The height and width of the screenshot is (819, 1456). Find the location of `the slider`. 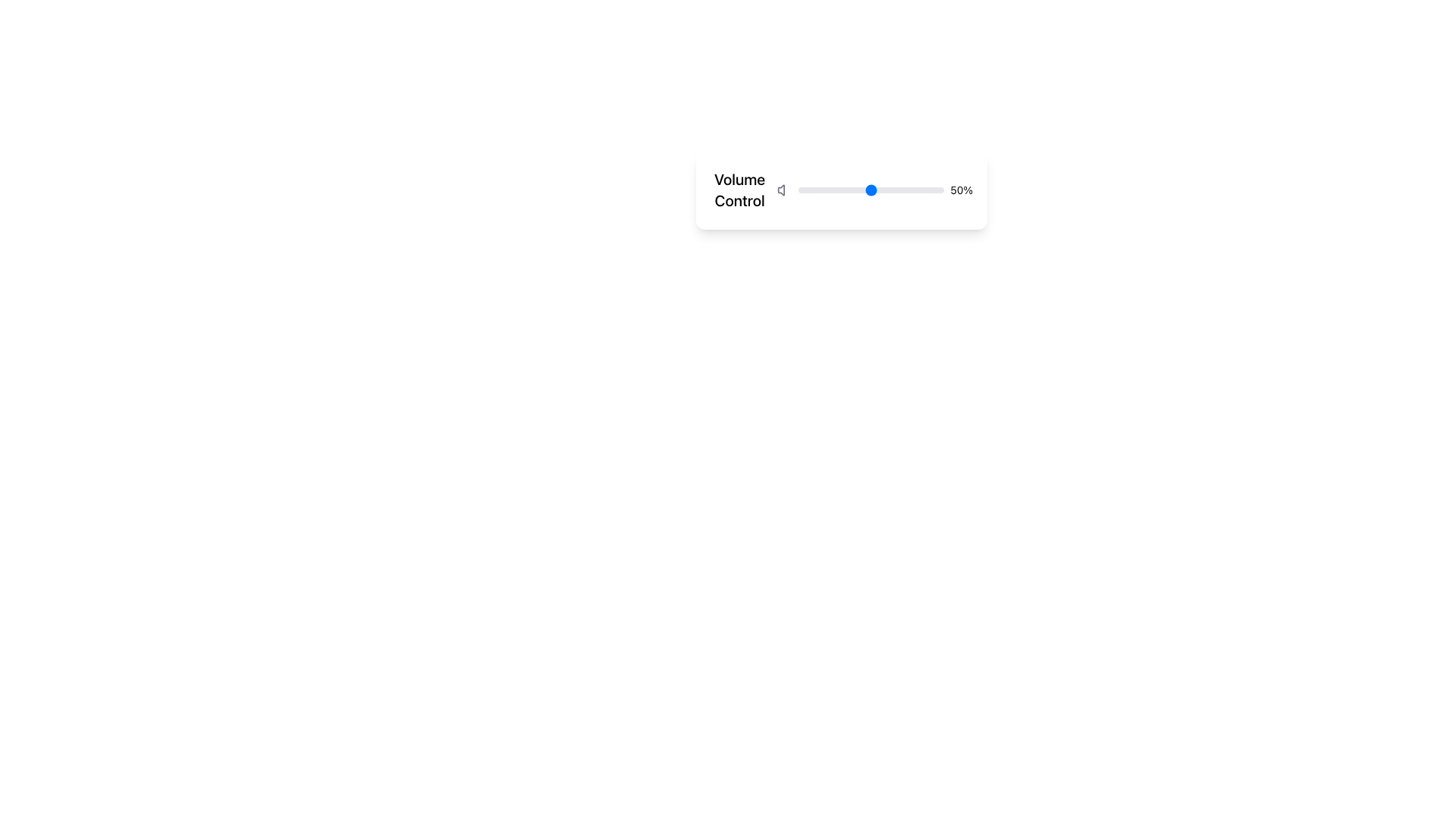

the slider is located at coordinates (809, 189).